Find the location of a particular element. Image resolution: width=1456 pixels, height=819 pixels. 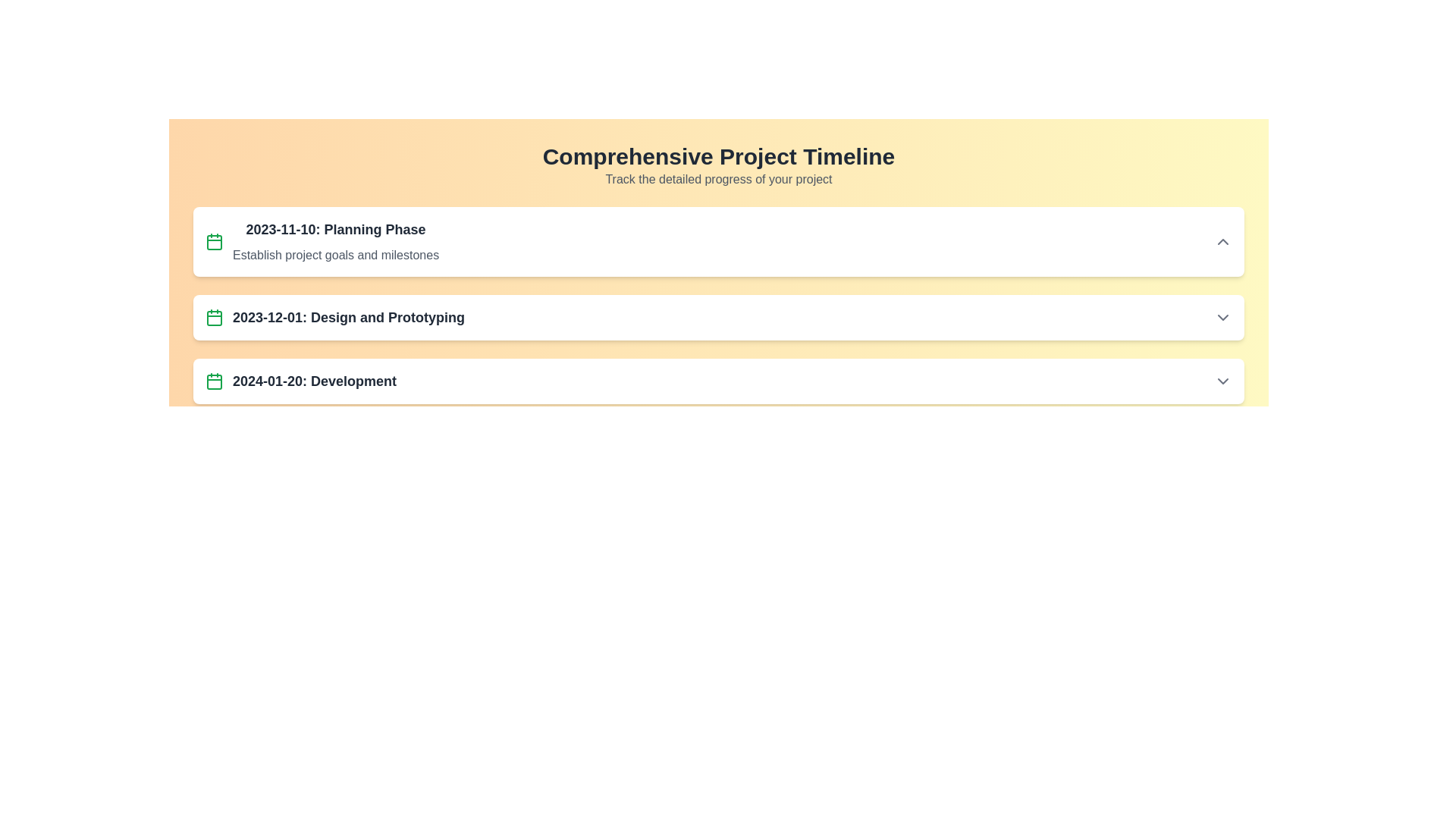

the second row, leftmost icon in the timeline that represents a month within the calendar icon is located at coordinates (214, 318).